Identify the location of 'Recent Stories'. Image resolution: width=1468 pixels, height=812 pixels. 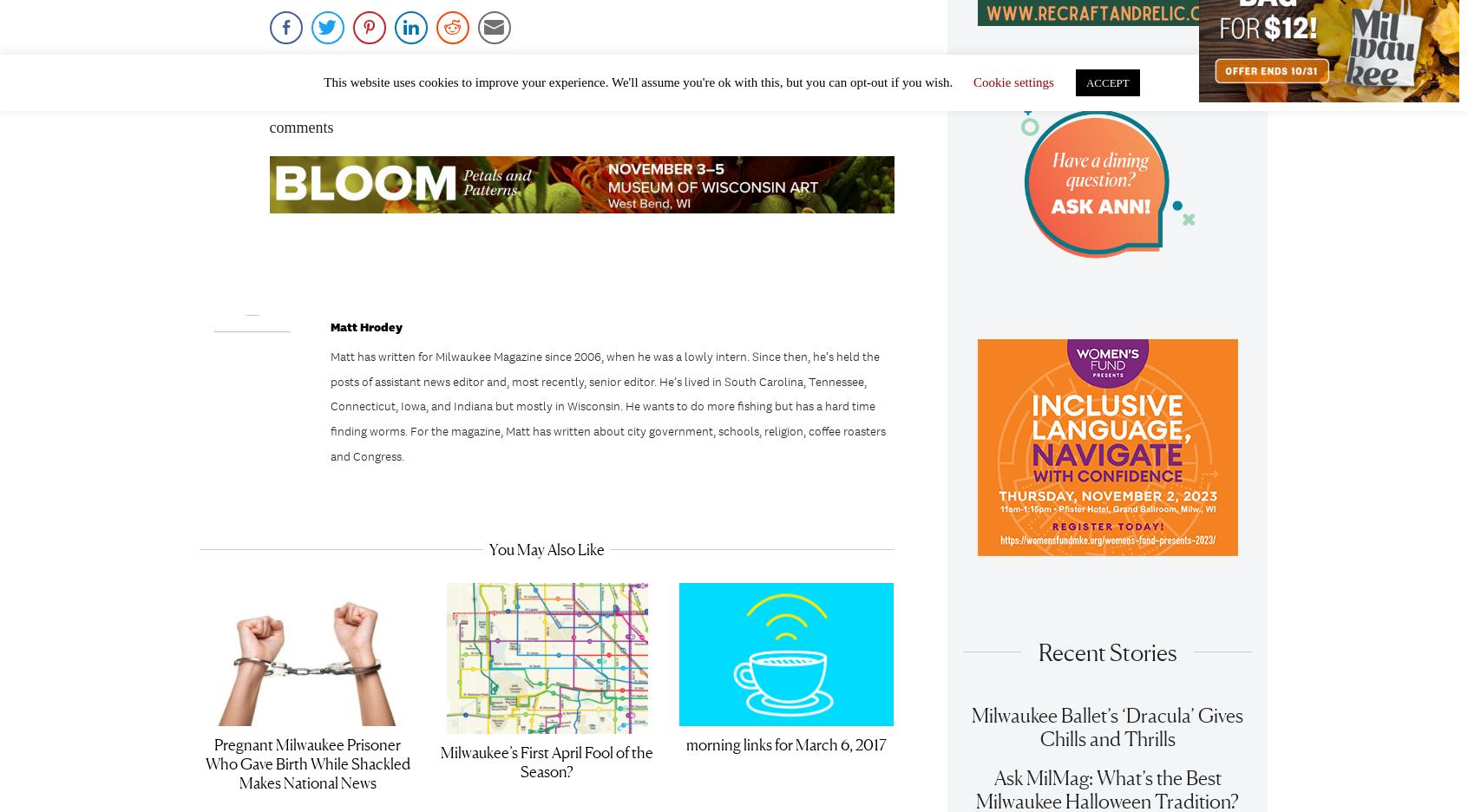
(1106, 659).